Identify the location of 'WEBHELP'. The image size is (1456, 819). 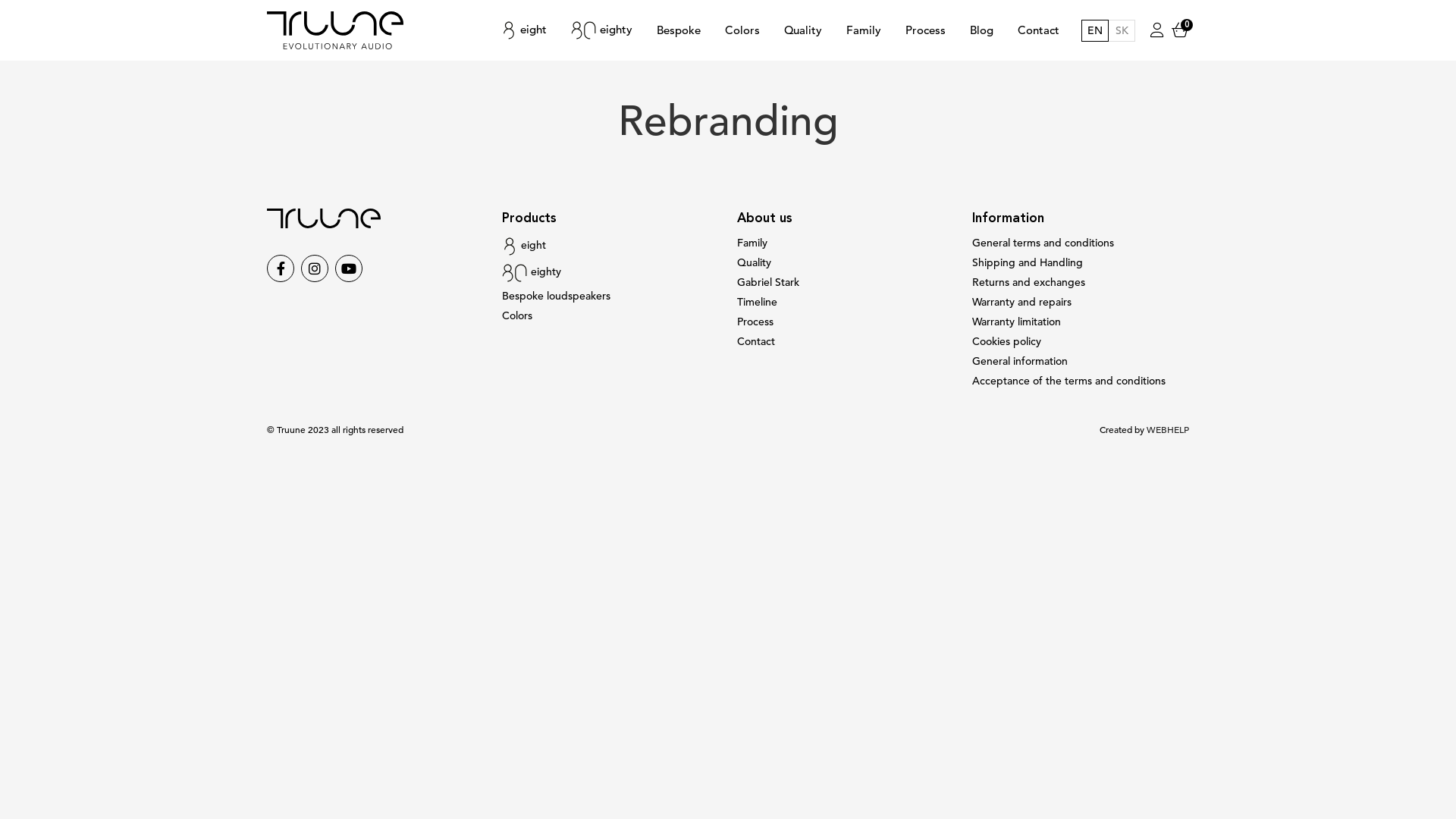
(1167, 430).